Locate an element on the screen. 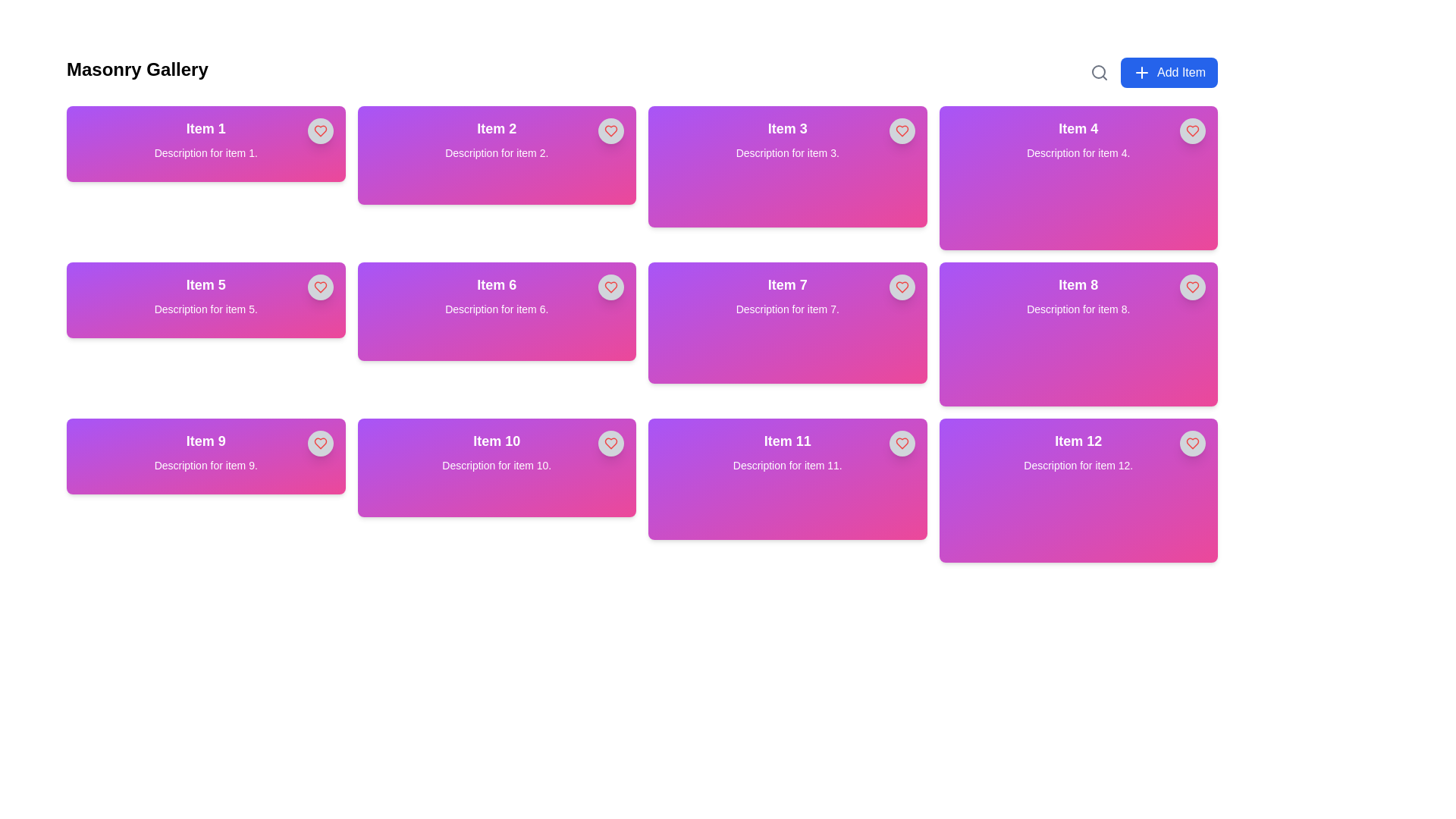 The width and height of the screenshot is (1456, 819). text from the Text Label element that displays 'Description for item 11.' located within the 'Item 11' card is located at coordinates (787, 464).